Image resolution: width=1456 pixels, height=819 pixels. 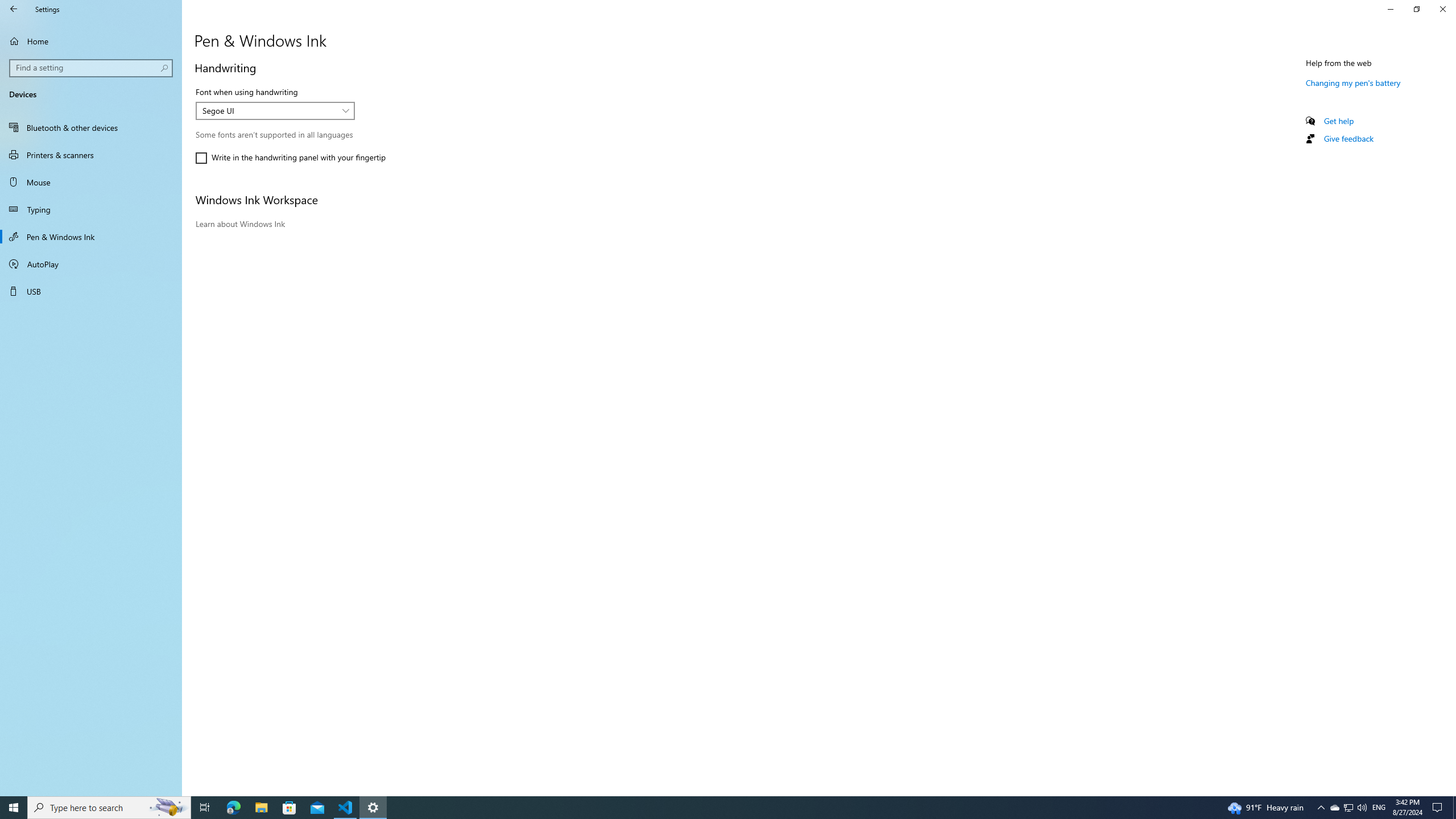 I want to click on 'Font when using handwriting', so click(x=274, y=111).